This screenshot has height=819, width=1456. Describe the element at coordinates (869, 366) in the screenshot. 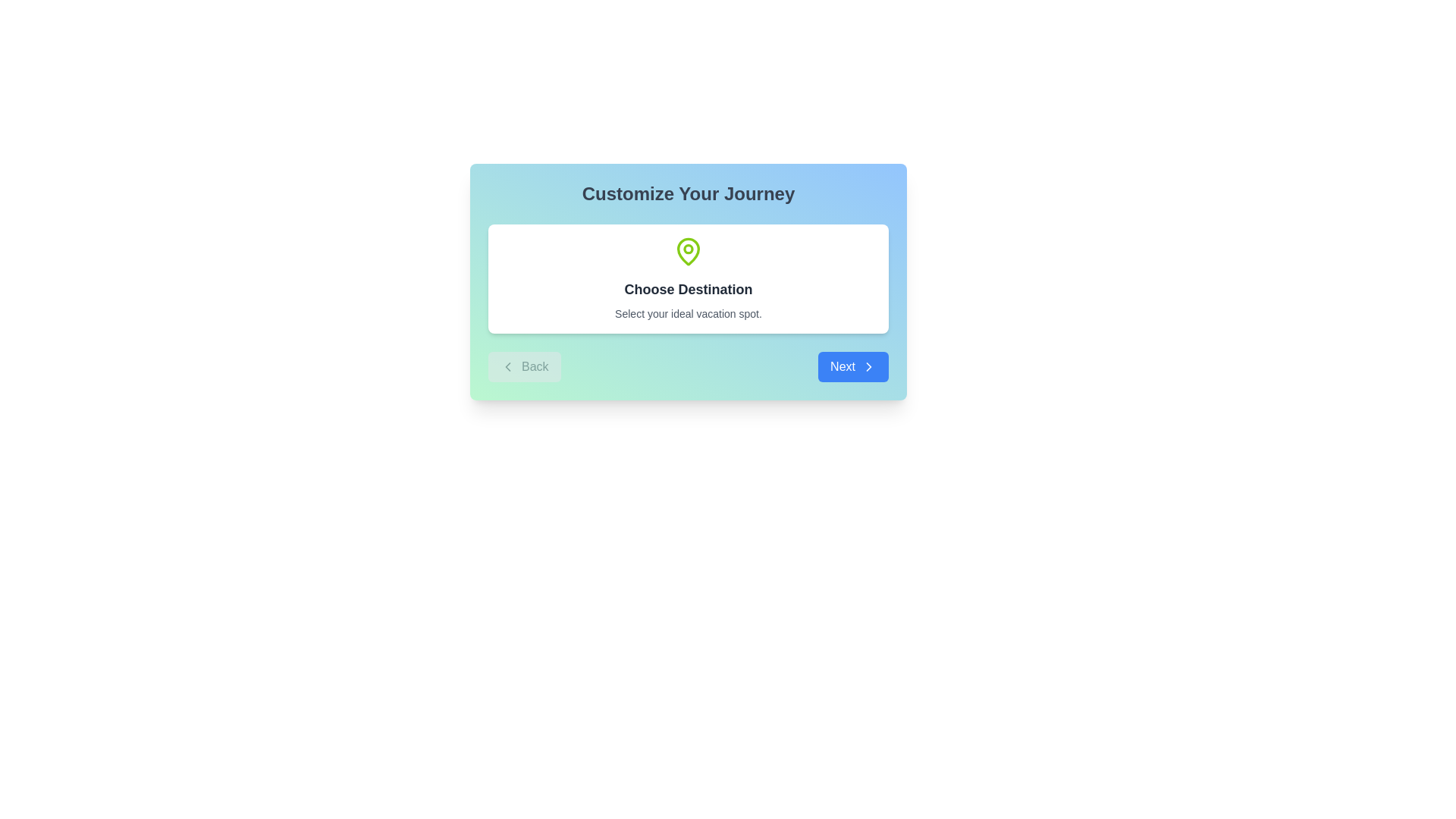

I see `the small right-pointing chevron icon within the 'Next' button located at the bottom-right corner of the interface` at that location.